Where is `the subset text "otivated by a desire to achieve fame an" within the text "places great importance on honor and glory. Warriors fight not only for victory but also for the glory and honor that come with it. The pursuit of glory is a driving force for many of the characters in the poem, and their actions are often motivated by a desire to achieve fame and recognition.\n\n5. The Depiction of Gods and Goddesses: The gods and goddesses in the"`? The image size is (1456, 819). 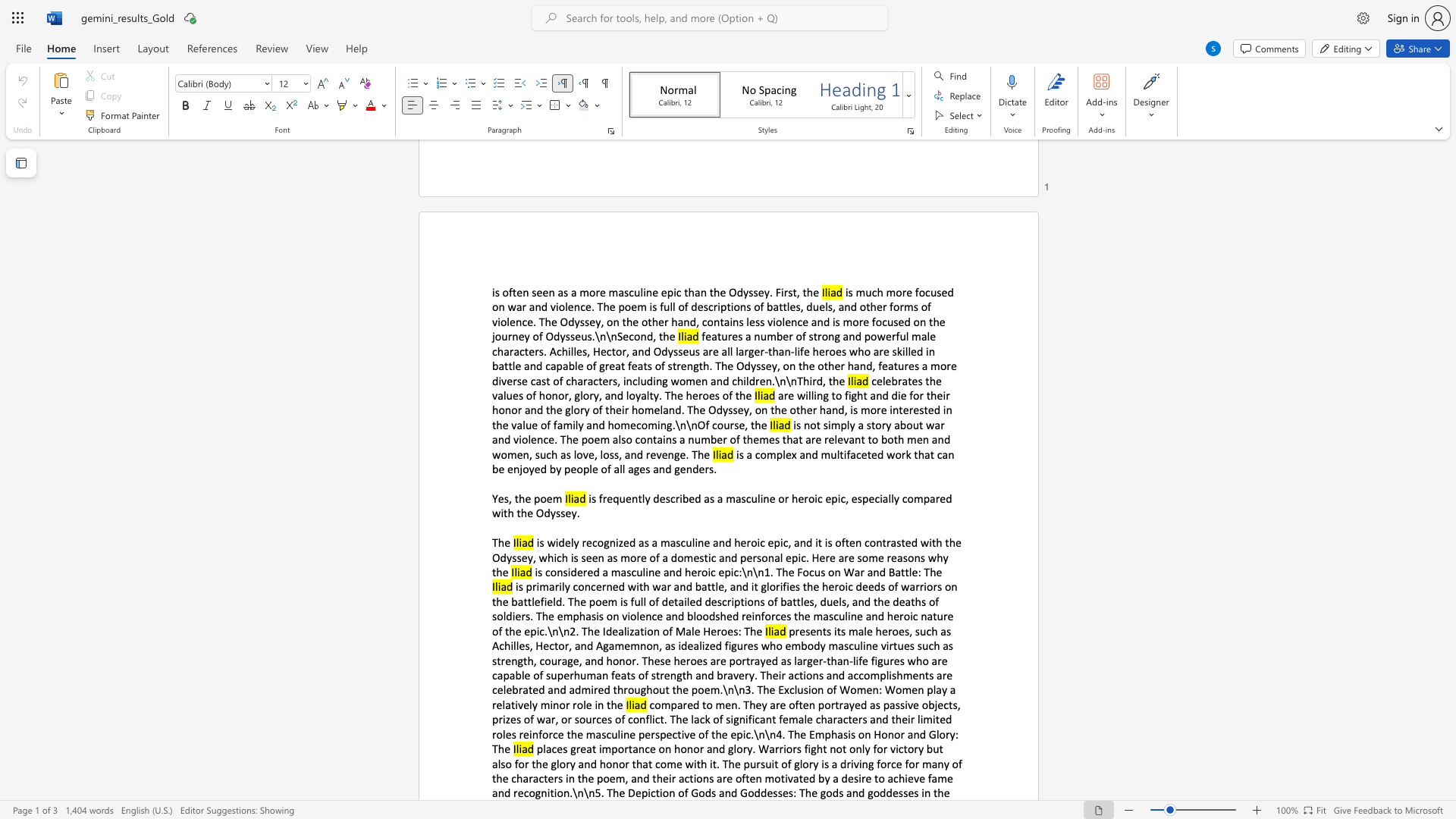
the subset text "otivated by a desire to achieve fame an" within the text "places great importance on honor and glory. Warriors fight not only for victory but also for the glory and honor that come with it. The pursuit of glory is a driving force for many of the characters in the poem, and their actions are often motivated by a desire to achieve fame and recognition.\n\n5. The Depiction of Gods and Goddesses: The gods and goddesses in the" is located at coordinates (774, 778).